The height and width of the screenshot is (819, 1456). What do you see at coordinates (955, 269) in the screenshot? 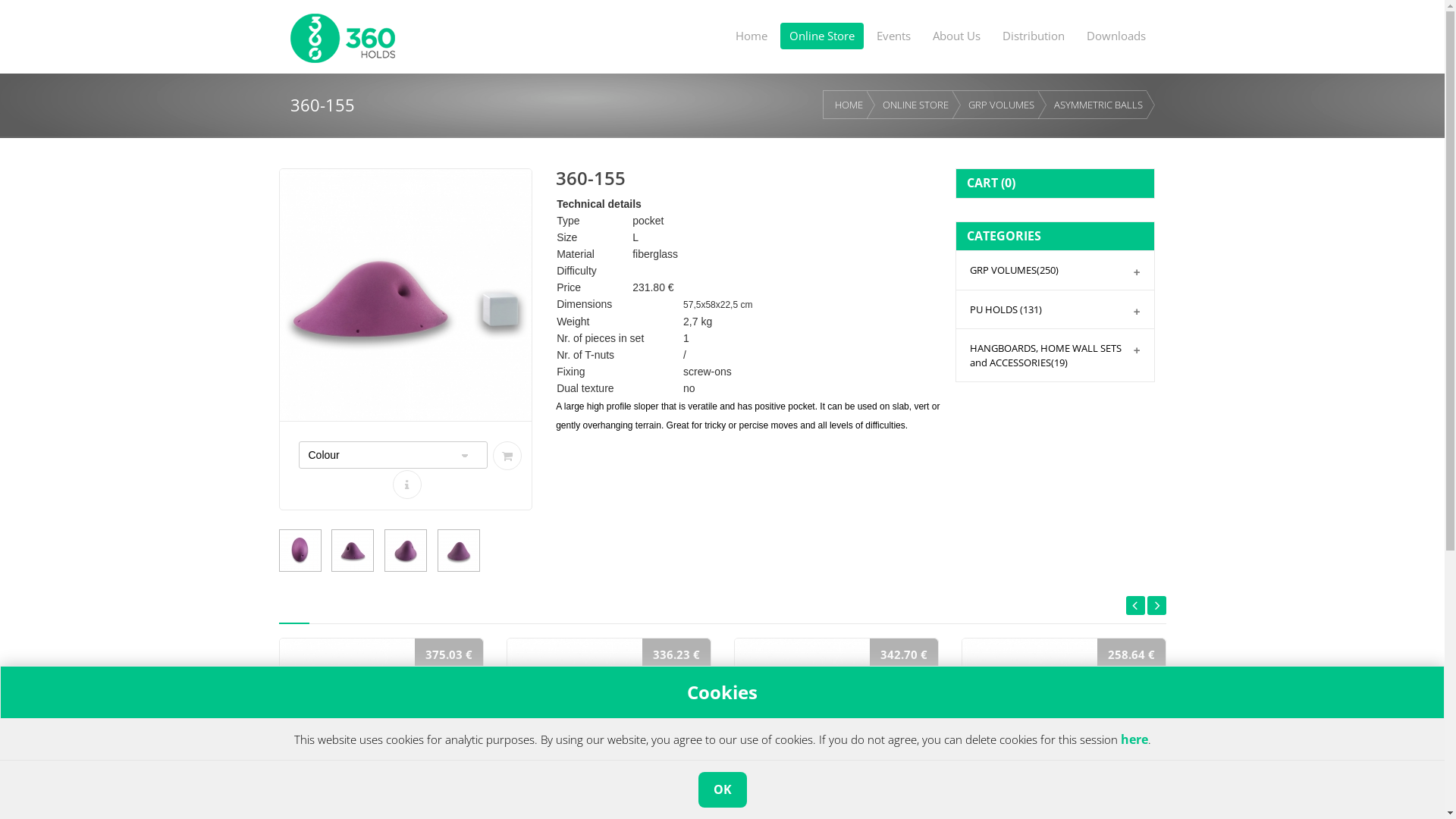
I see `'GRP VOLUMES(250)'` at bounding box center [955, 269].